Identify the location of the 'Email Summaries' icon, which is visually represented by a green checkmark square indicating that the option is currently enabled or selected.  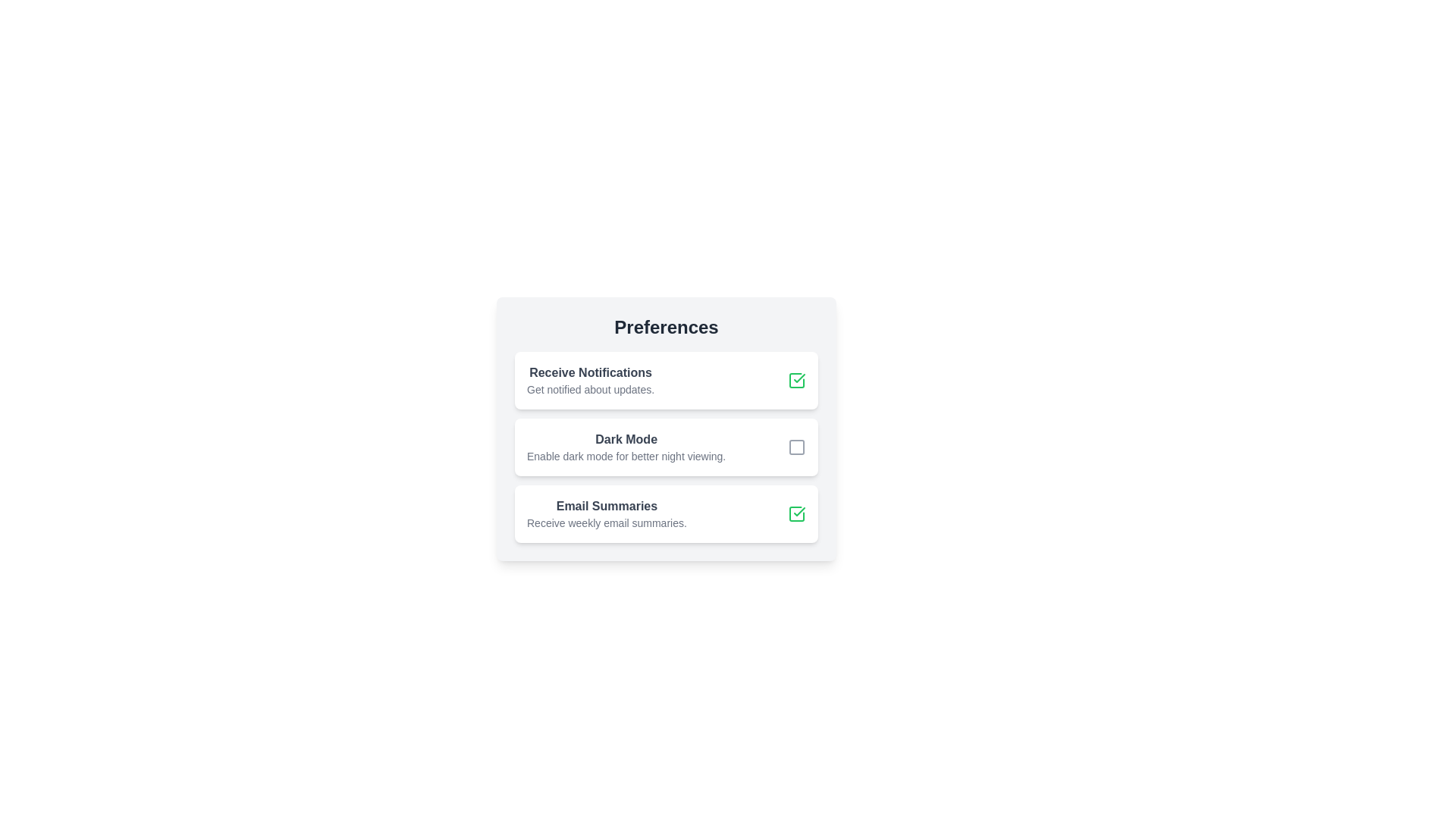
(799, 377).